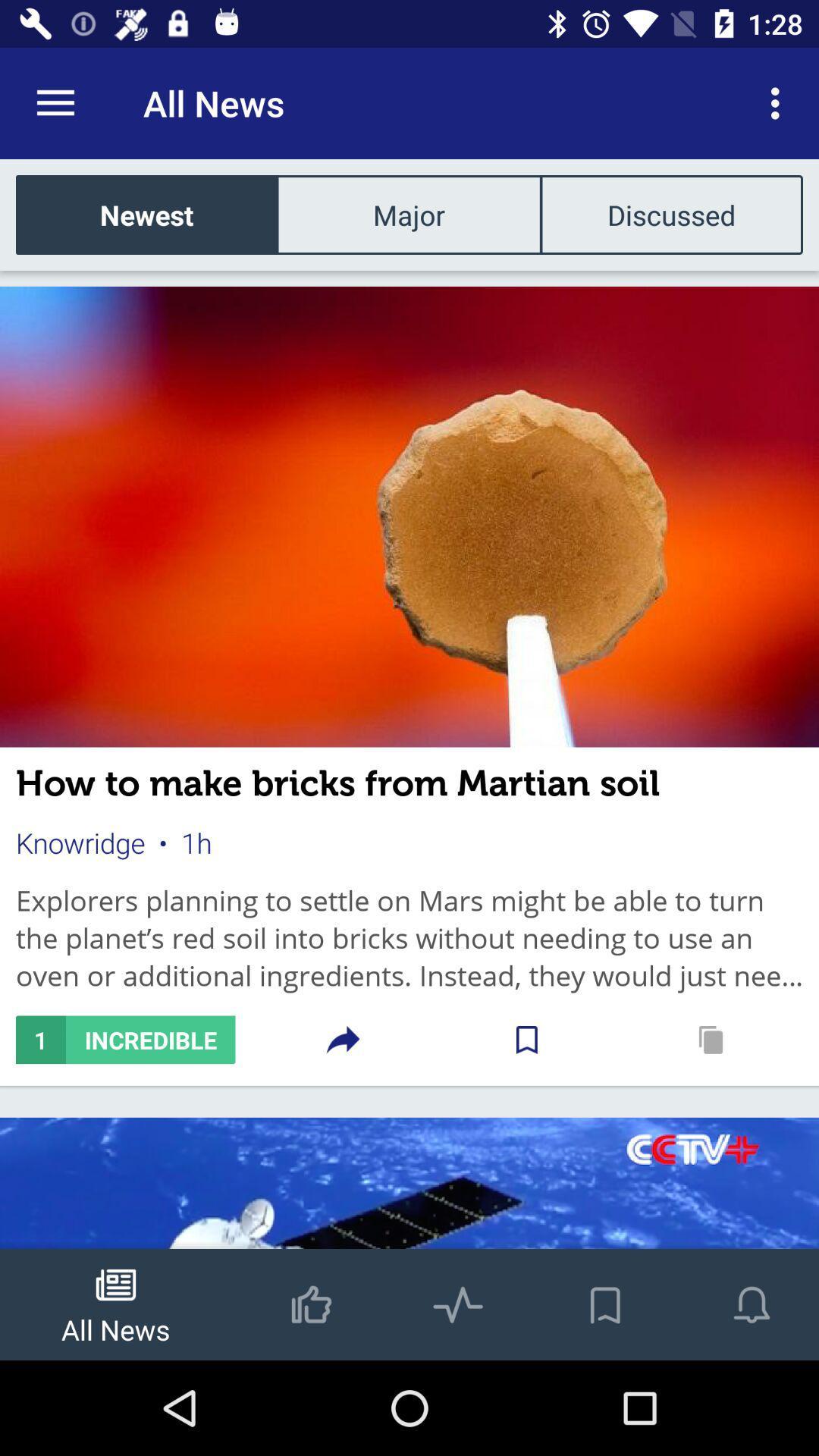  What do you see at coordinates (670, 214) in the screenshot?
I see `the item next to the major` at bounding box center [670, 214].